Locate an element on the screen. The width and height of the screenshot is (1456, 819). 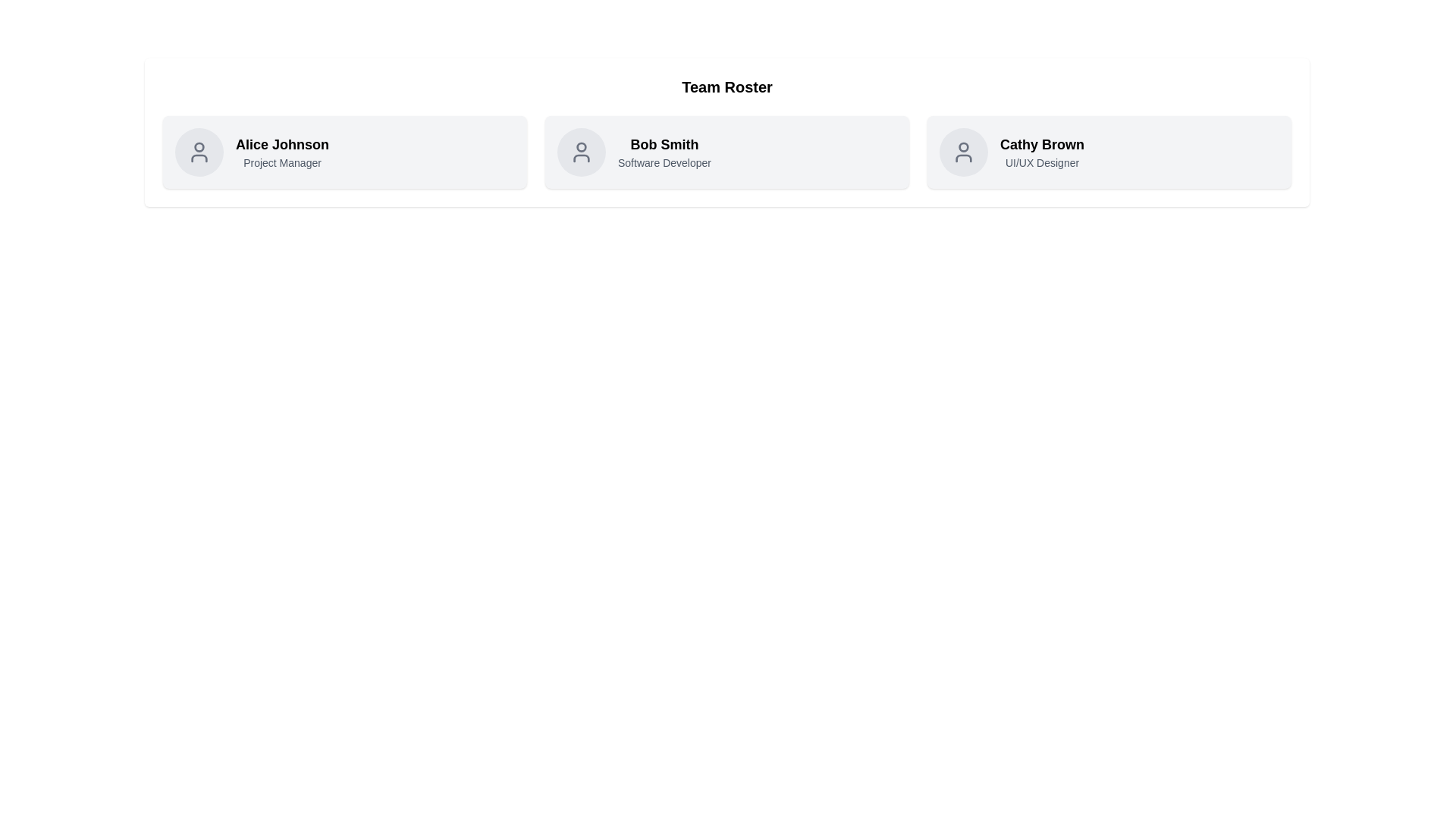
name 'Alice Johnson' and the role 'Project Manager' from the text area in the leftmost card of the 'Team Roster' section is located at coordinates (282, 152).